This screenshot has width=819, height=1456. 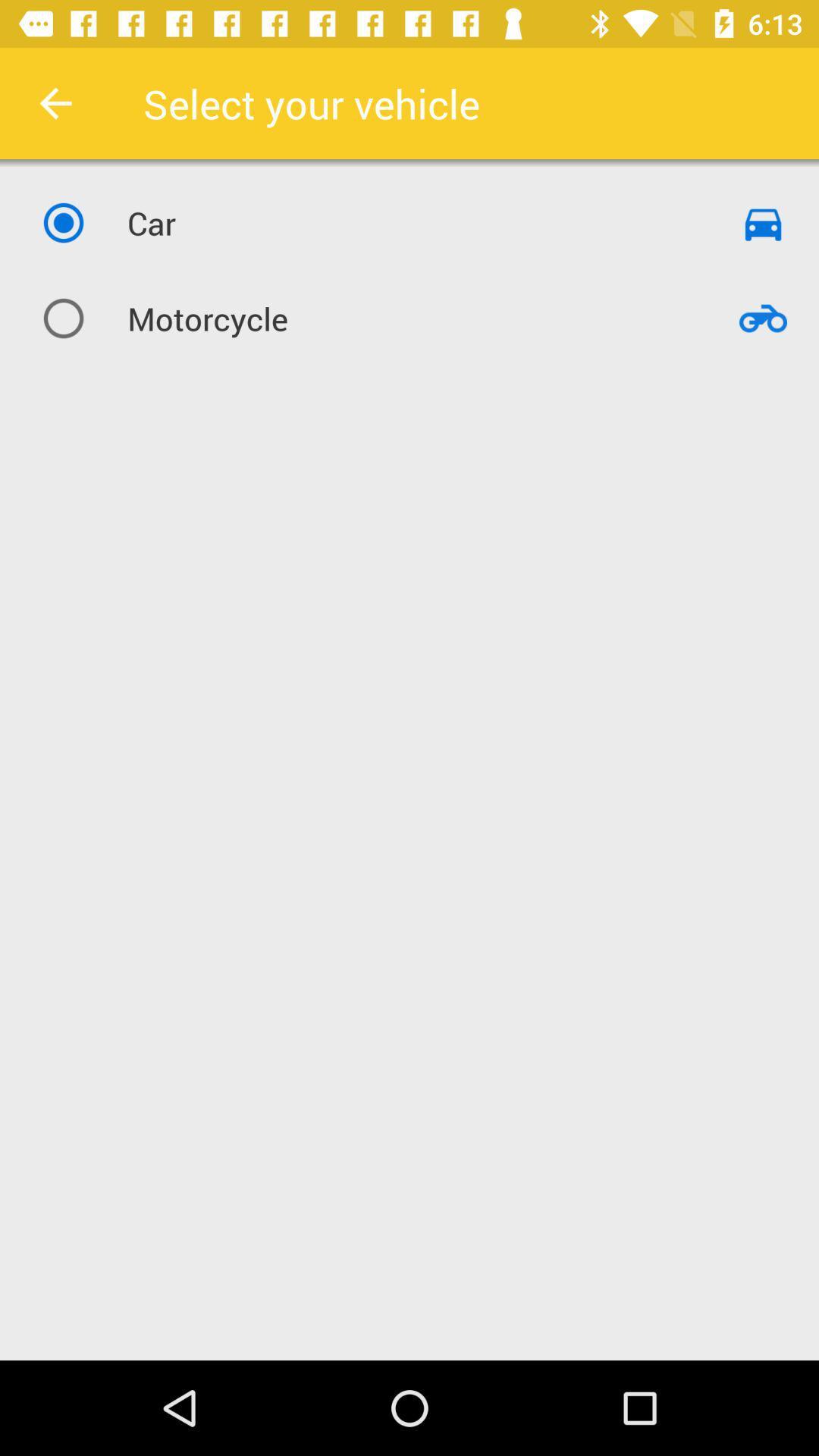 What do you see at coordinates (55, 102) in the screenshot?
I see `back` at bounding box center [55, 102].